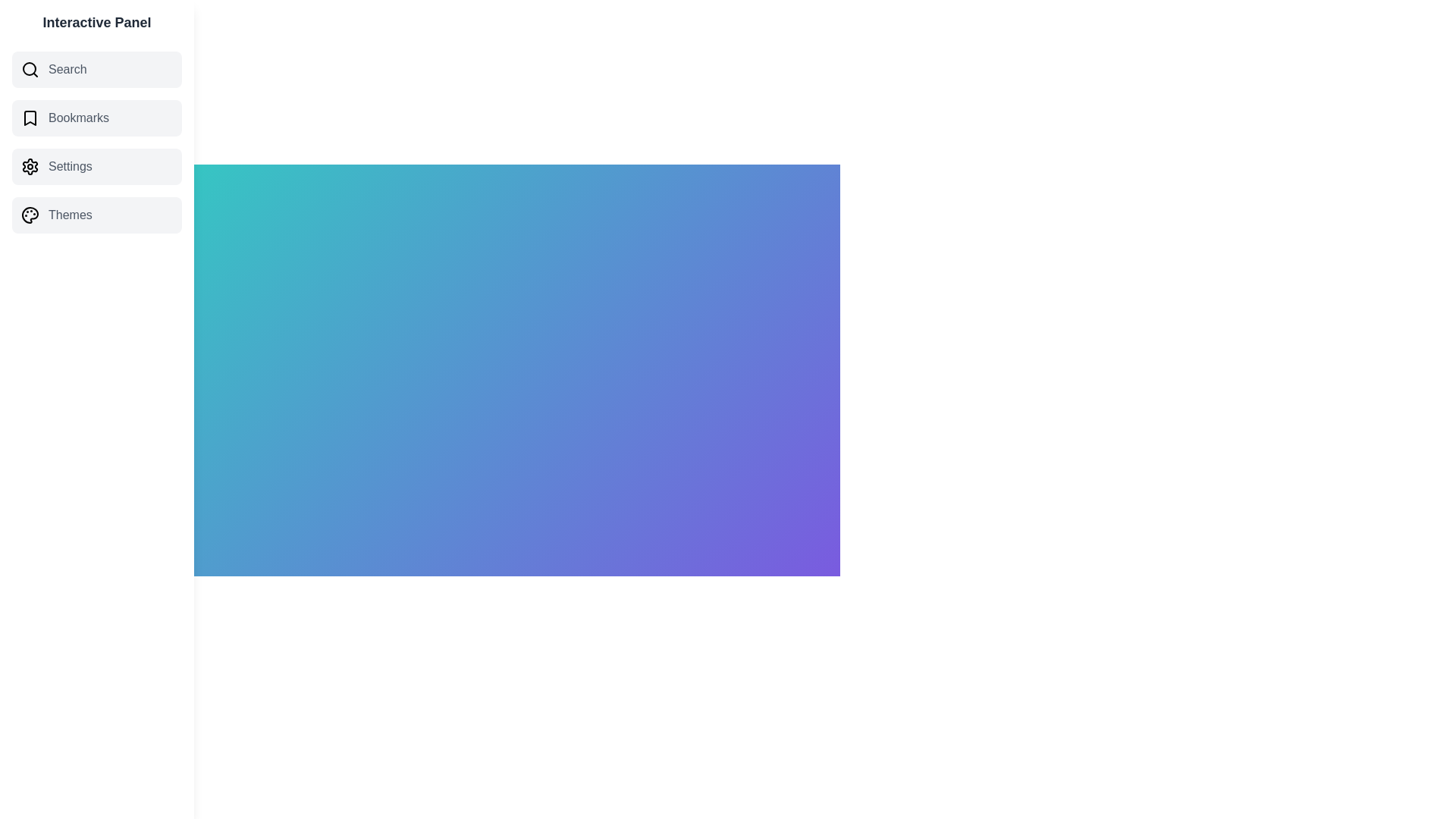 Image resolution: width=1456 pixels, height=819 pixels. Describe the element at coordinates (96, 166) in the screenshot. I see `the category item Settings to see its hover effect` at that location.